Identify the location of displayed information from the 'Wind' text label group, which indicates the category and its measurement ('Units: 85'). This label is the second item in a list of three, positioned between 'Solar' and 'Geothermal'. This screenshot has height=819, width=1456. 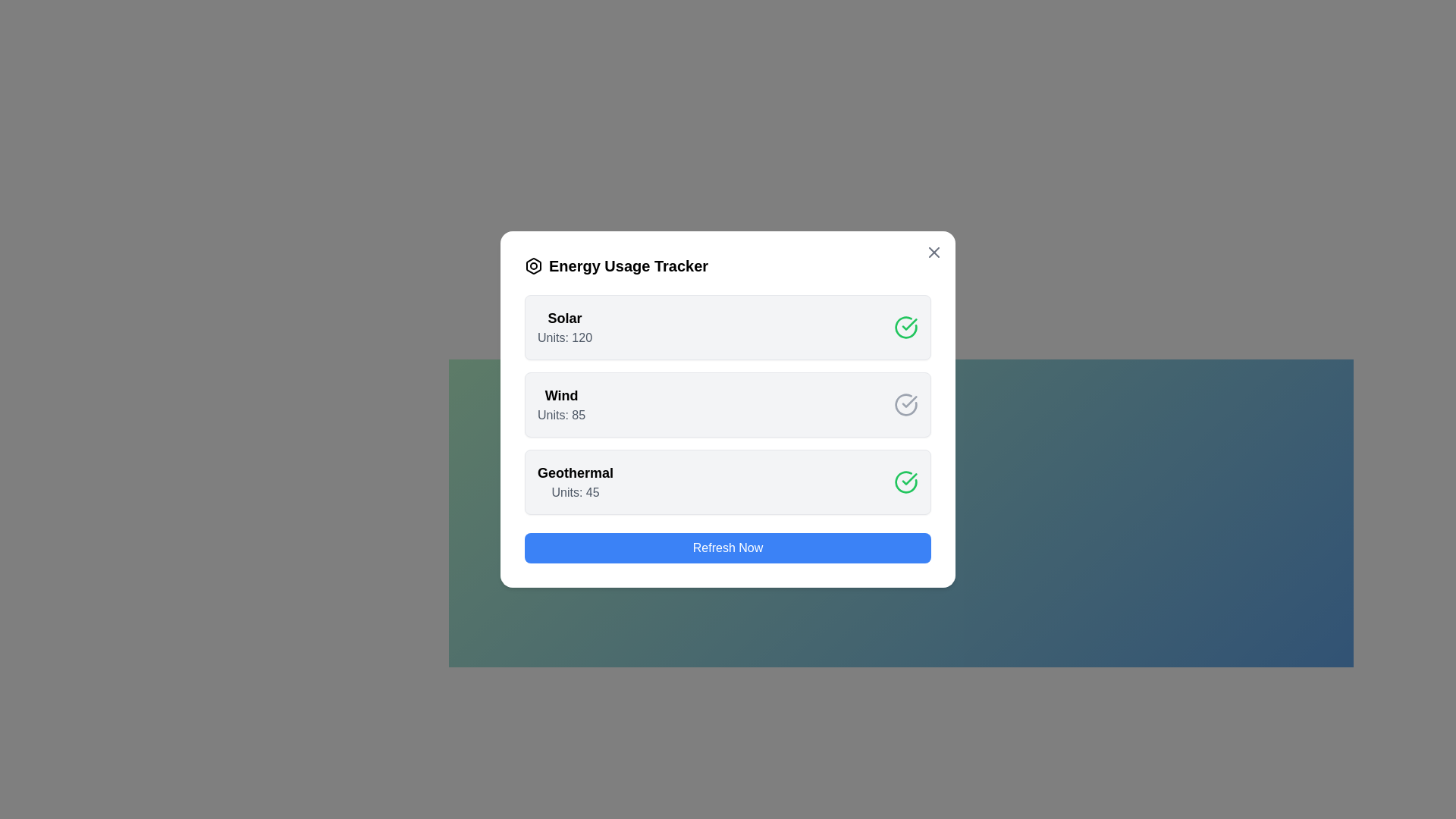
(560, 403).